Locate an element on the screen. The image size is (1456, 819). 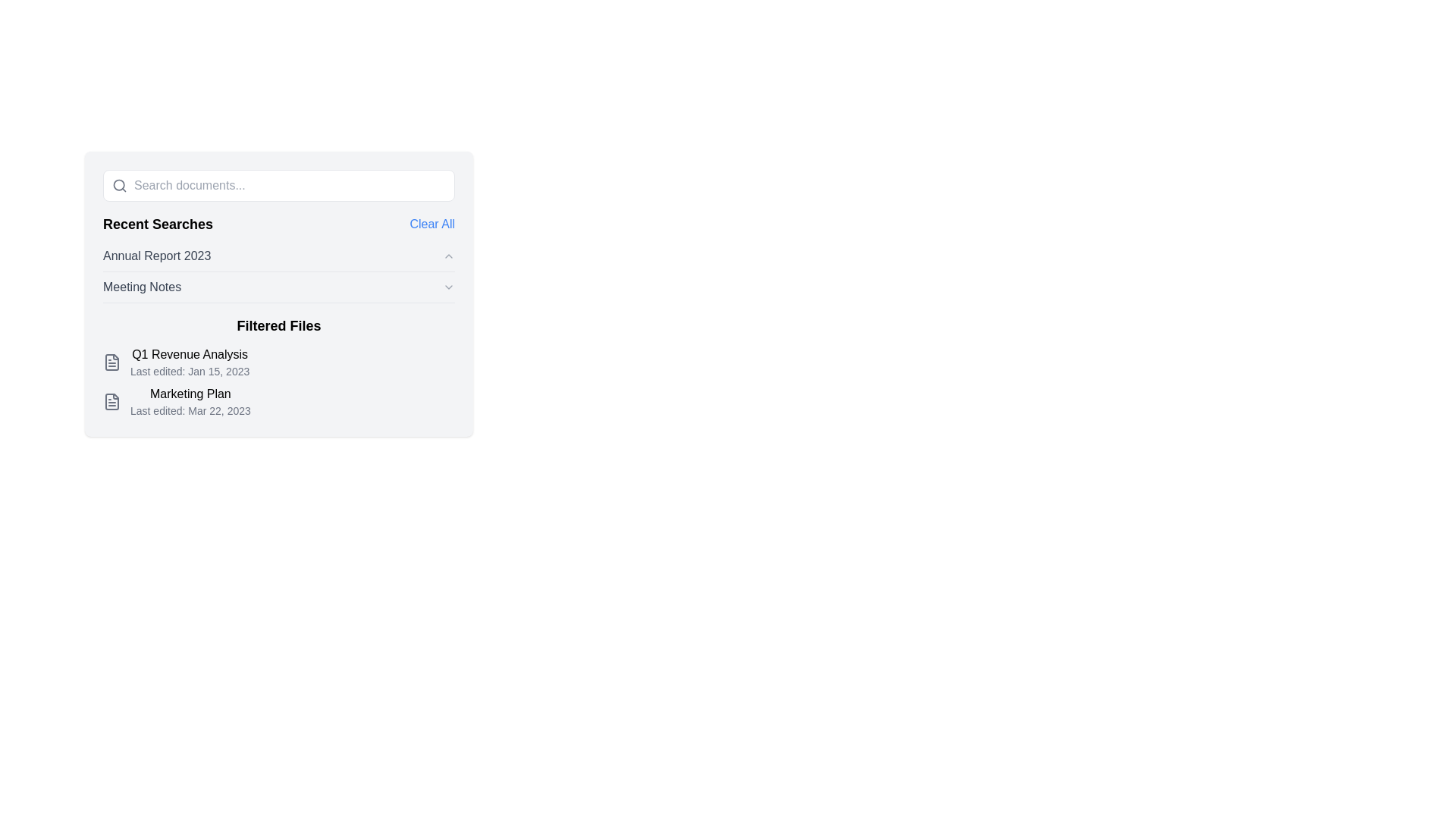
text label displaying 'Filtered Files', which is bold and located beneath the 'Meeting Notes' section, centered horizontally in the interface is located at coordinates (279, 325).